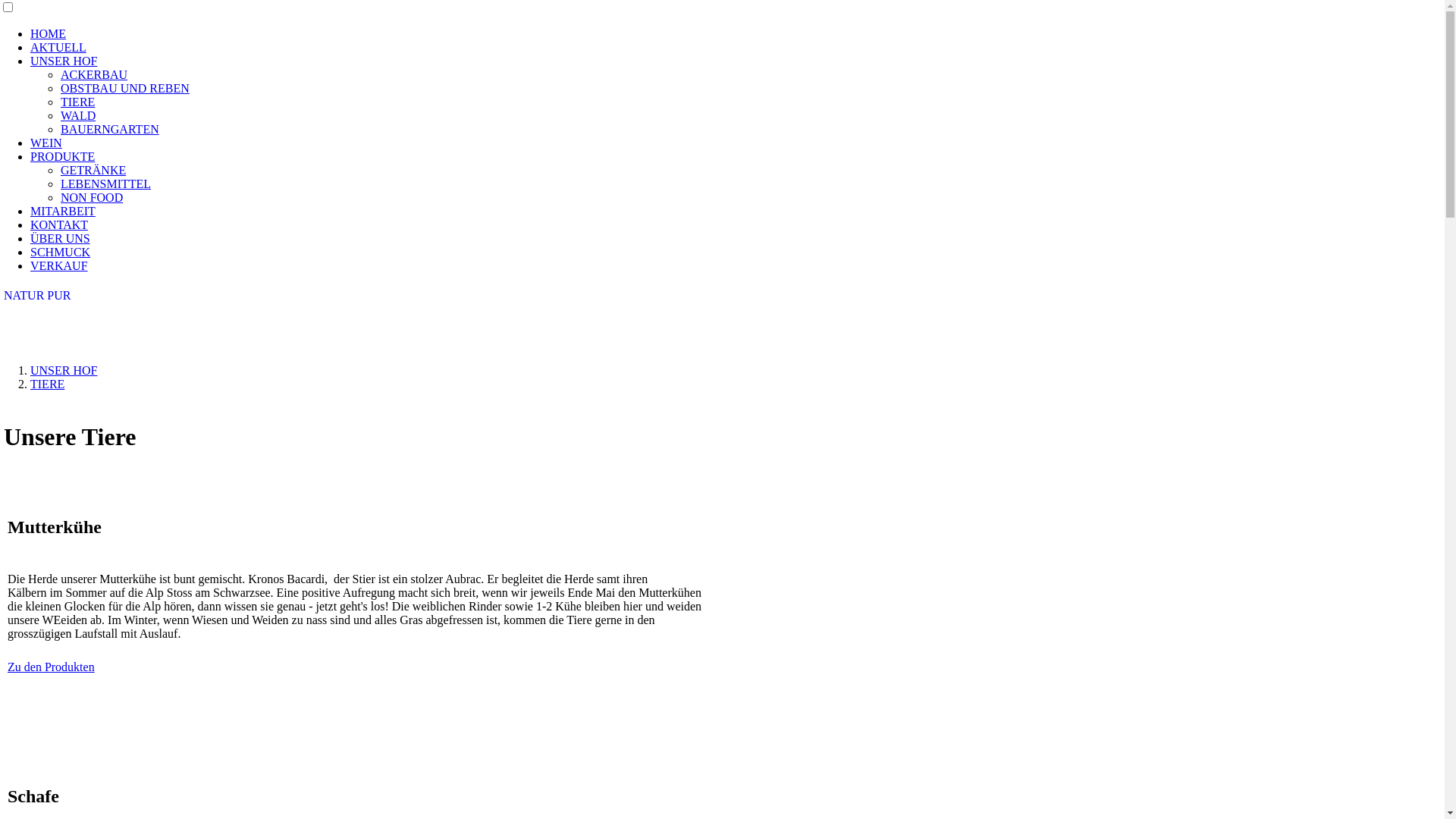  I want to click on 'AKTUELL', so click(30, 46).